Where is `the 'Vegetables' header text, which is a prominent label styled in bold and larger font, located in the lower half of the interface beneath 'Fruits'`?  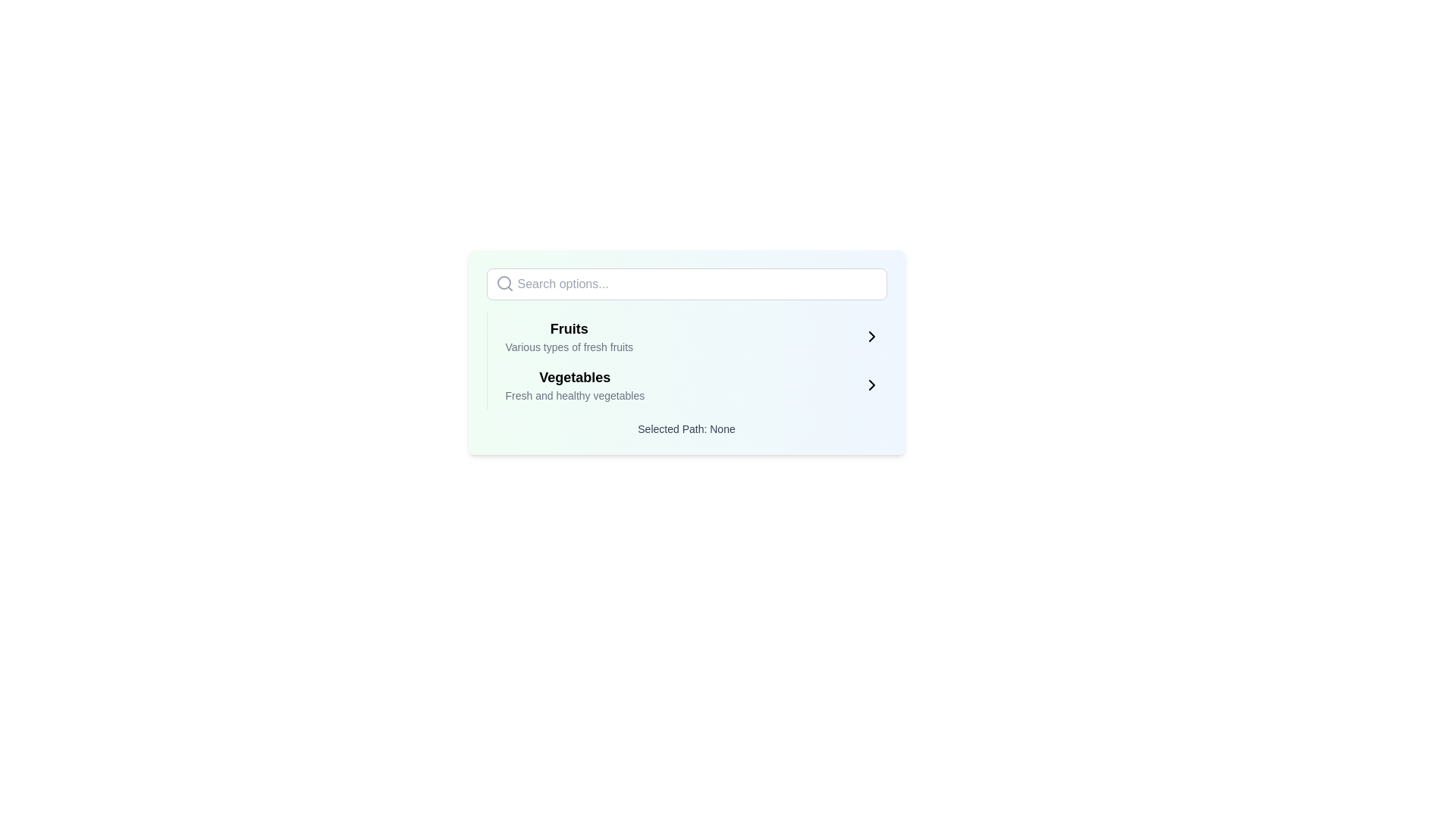 the 'Vegetables' header text, which is a prominent label styled in bold and larger font, located in the lower half of the interface beneath 'Fruits' is located at coordinates (574, 376).